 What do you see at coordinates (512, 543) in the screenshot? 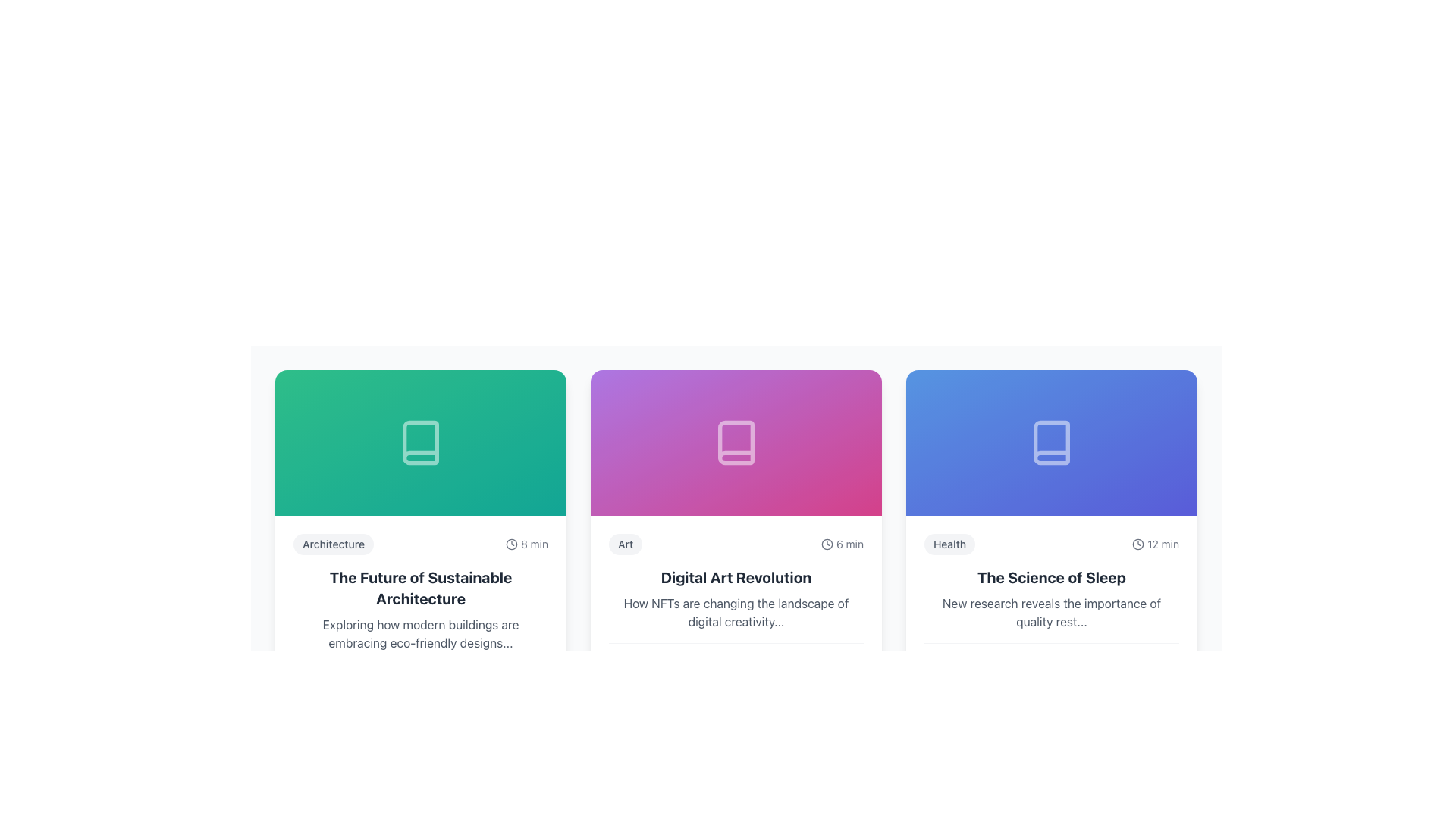
I see `the small circular clock icon located in the top-right section of the card, adjacent to the '8 min' text` at bounding box center [512, 543].